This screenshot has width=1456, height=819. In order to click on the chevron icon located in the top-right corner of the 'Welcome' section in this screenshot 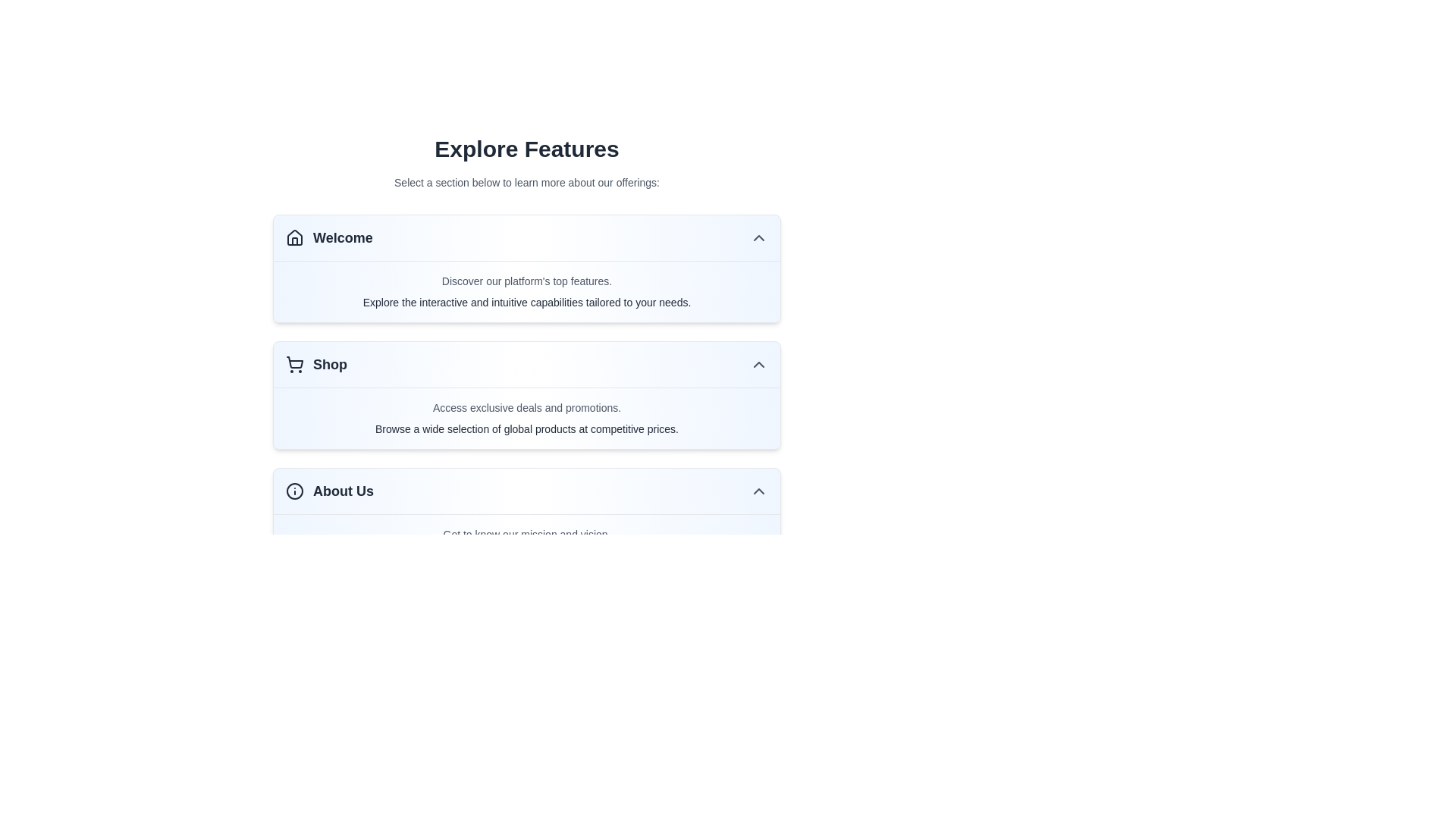, I will do `click(759, 237)`.